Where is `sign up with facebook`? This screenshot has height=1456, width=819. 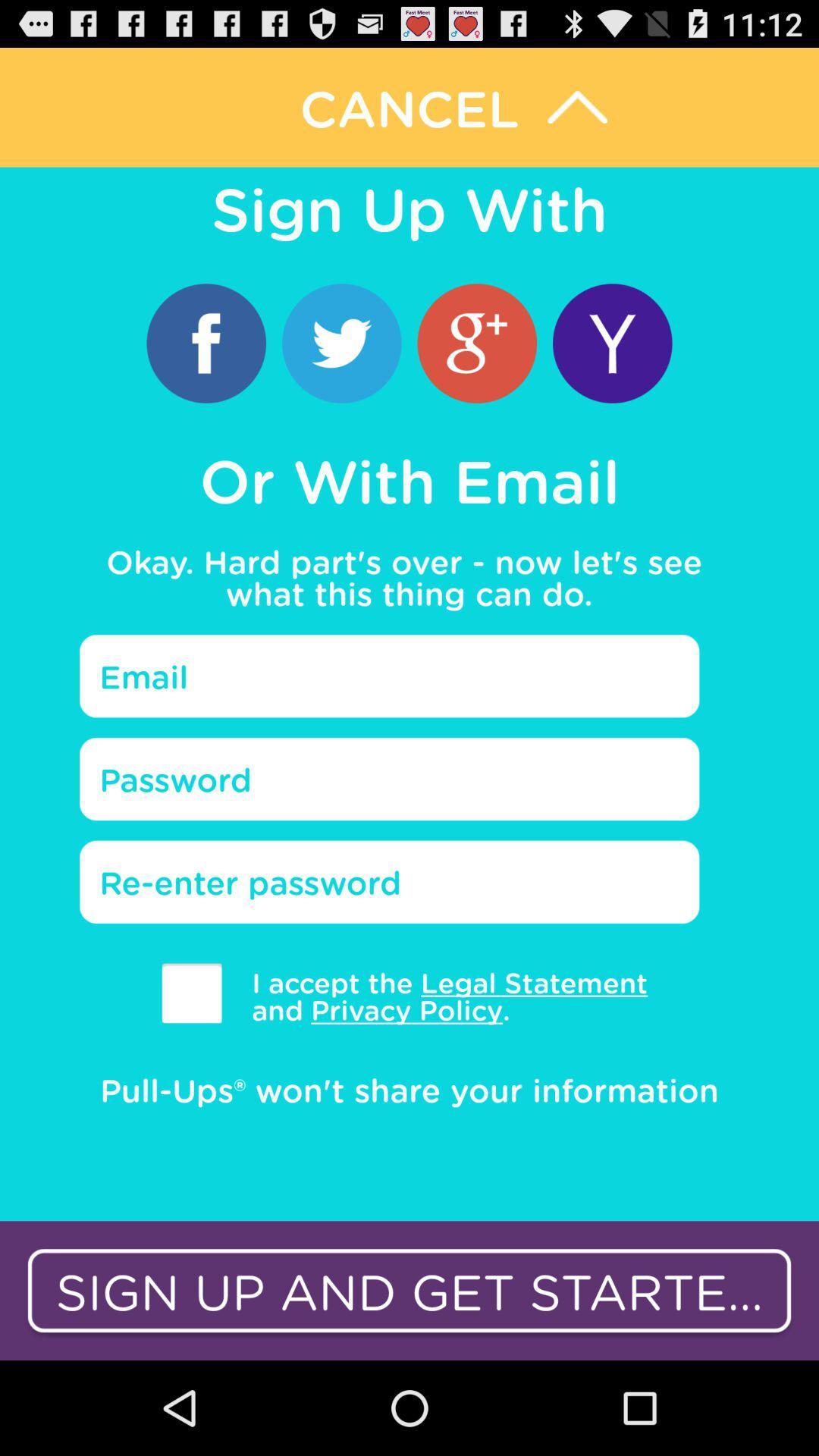 sign up with facebook is located at coordinates (206, 342).